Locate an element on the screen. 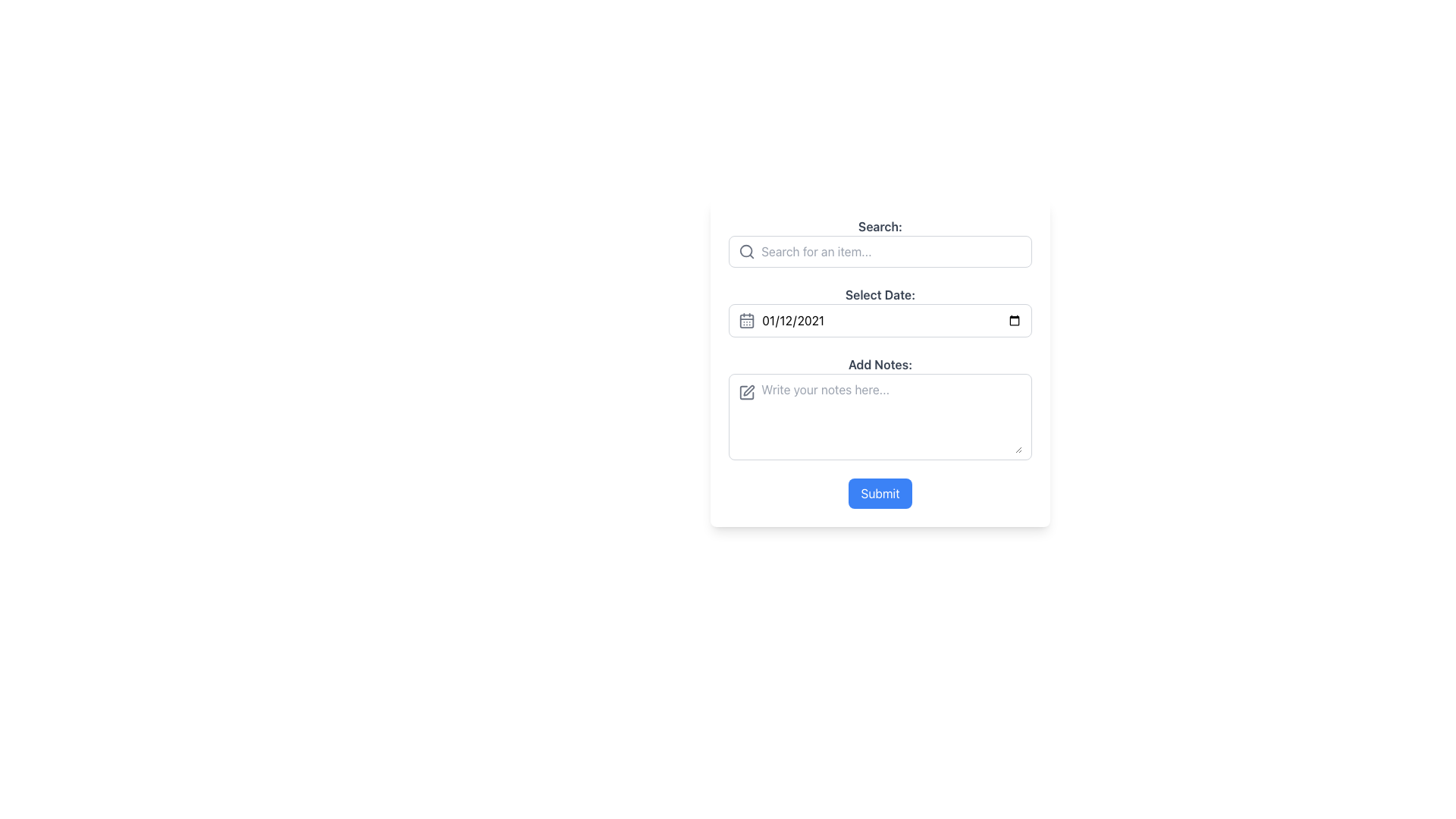 Image resolution: width=1456 pixels, height=819 pixels. the edit or note-taking icon located at the top-left corner of the 'Add Notes' section, adjacent to the placeholder text box labeled 'Write your notes here...' is located at coordinates (746, 391).